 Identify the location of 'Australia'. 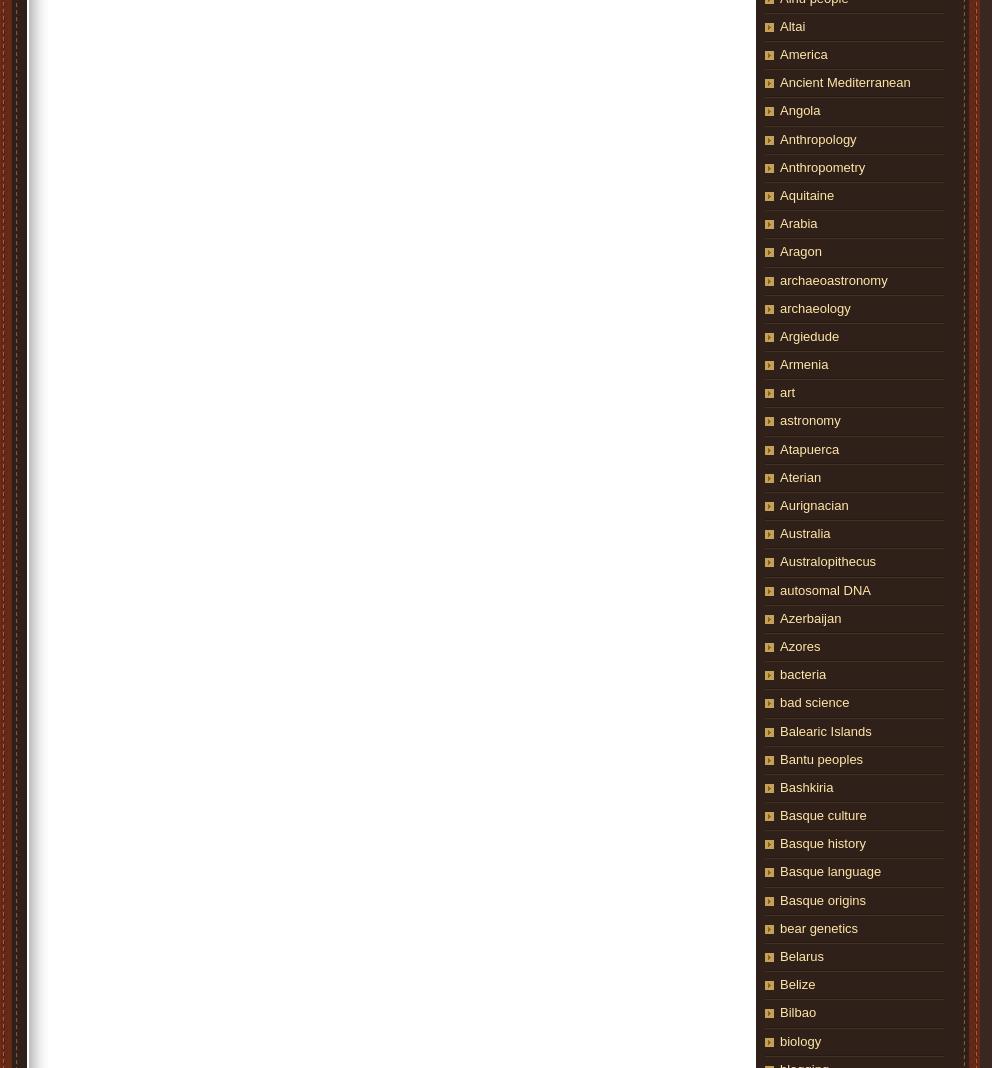
(805, 533).